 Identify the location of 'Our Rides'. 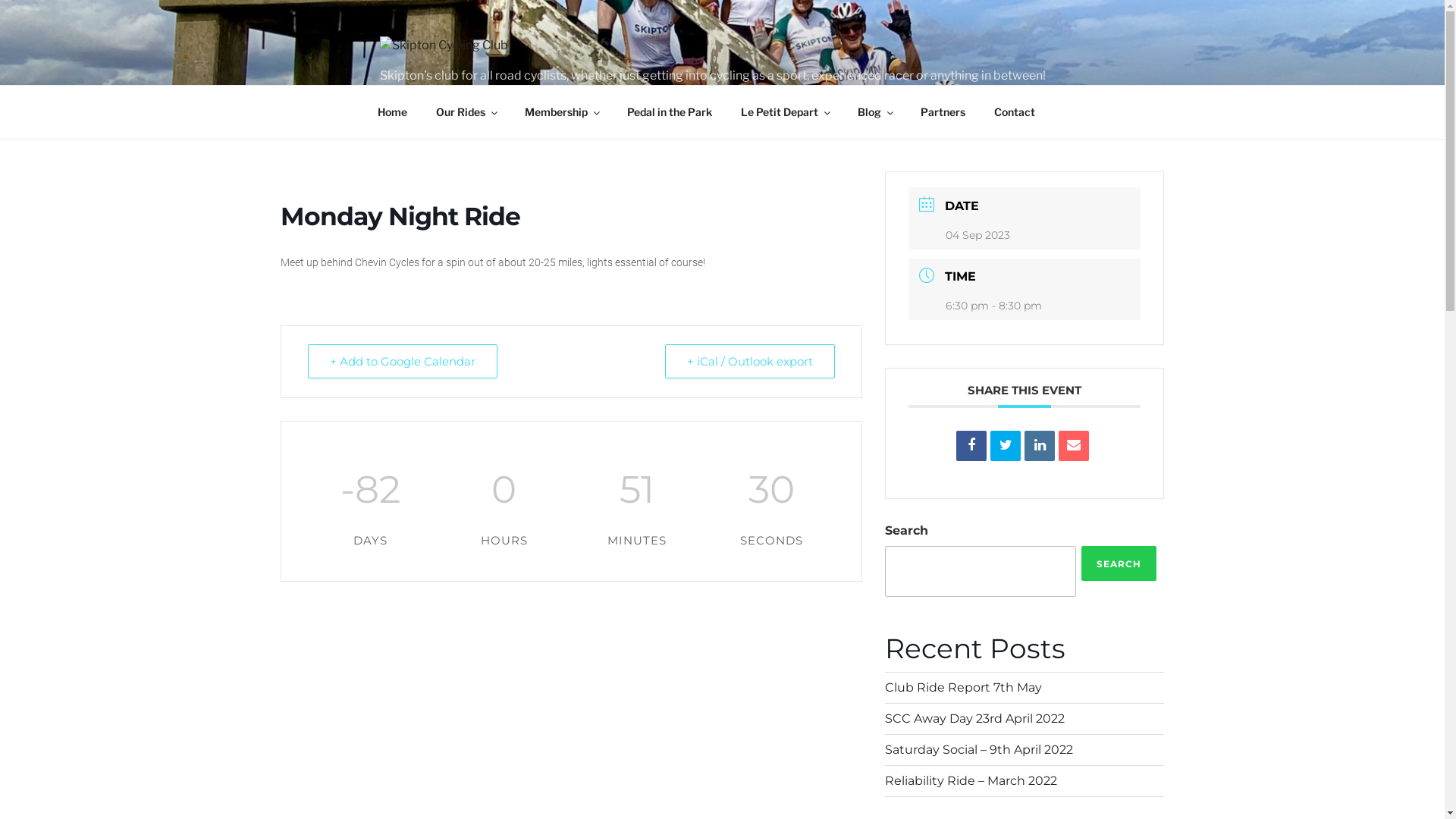
(465, 111).